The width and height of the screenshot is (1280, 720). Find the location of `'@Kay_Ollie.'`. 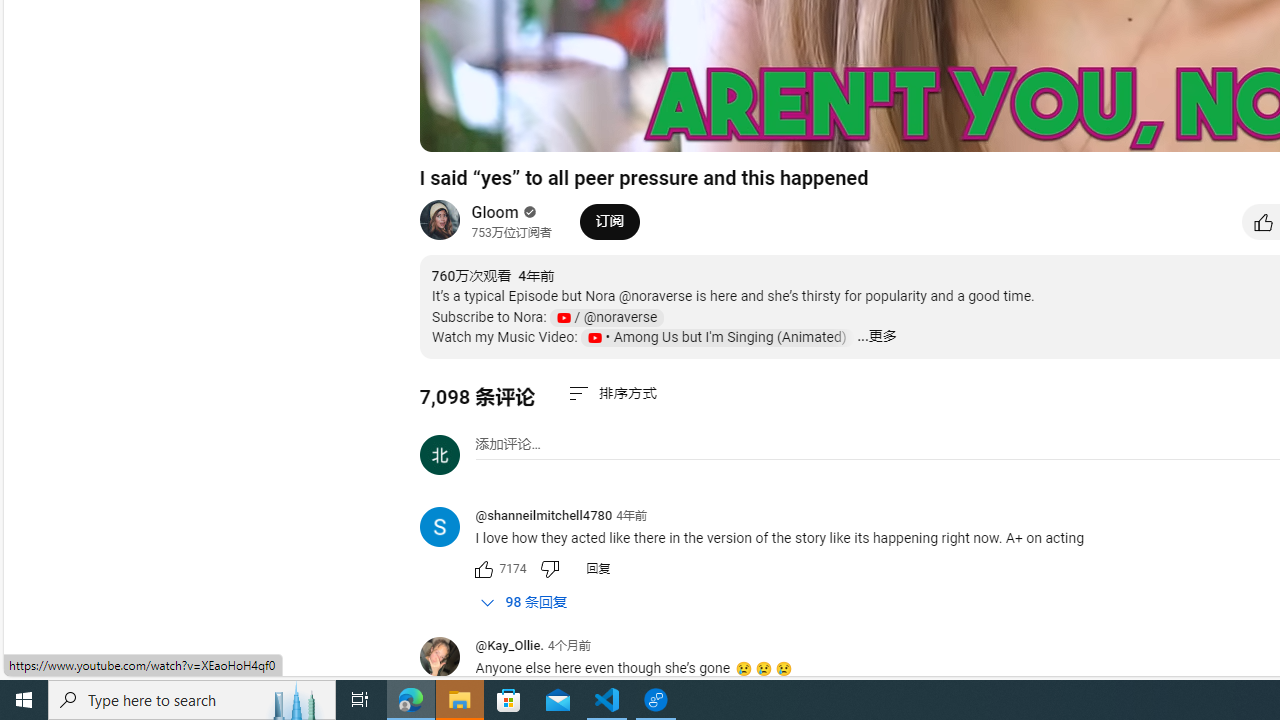

'@Kay_Ollie.' is located at coordinates (446, 658).